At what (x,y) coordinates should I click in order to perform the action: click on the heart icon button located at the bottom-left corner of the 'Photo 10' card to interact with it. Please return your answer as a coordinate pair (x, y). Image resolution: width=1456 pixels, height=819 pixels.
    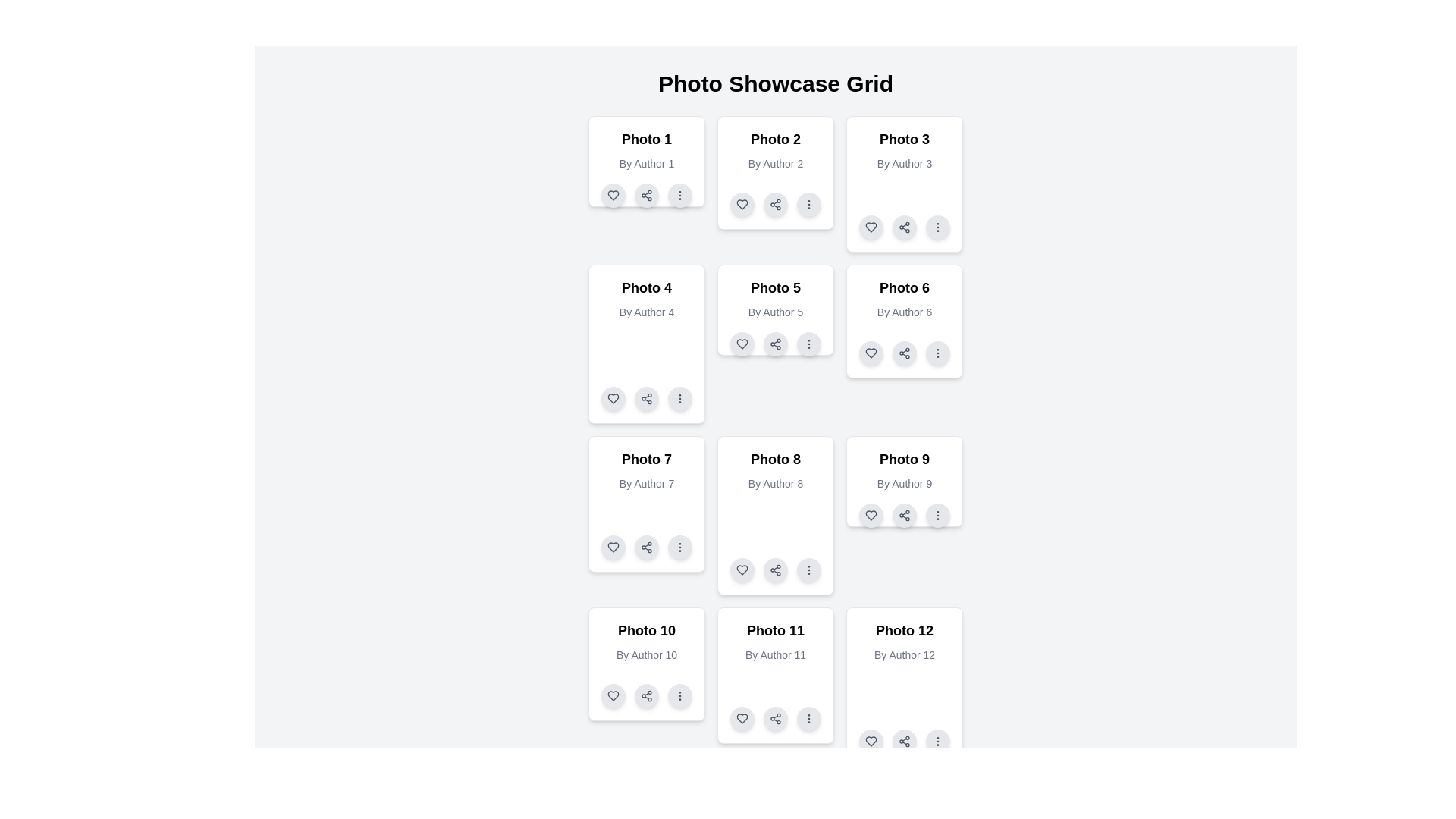
    Looking at the image, I should click on (613, 696).